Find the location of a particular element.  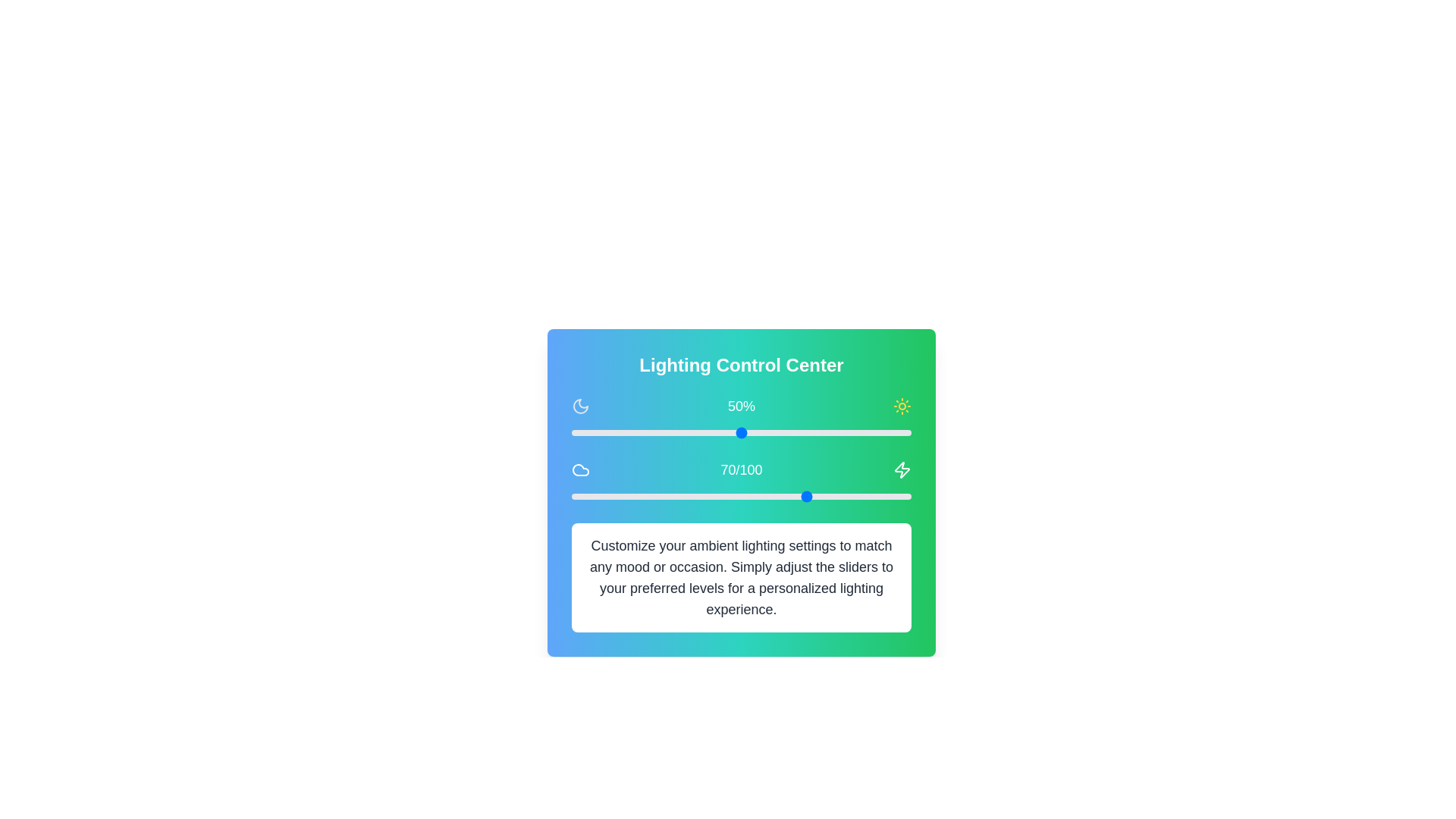

the slider to set the value to 87 is located at coordinates (867, 432).